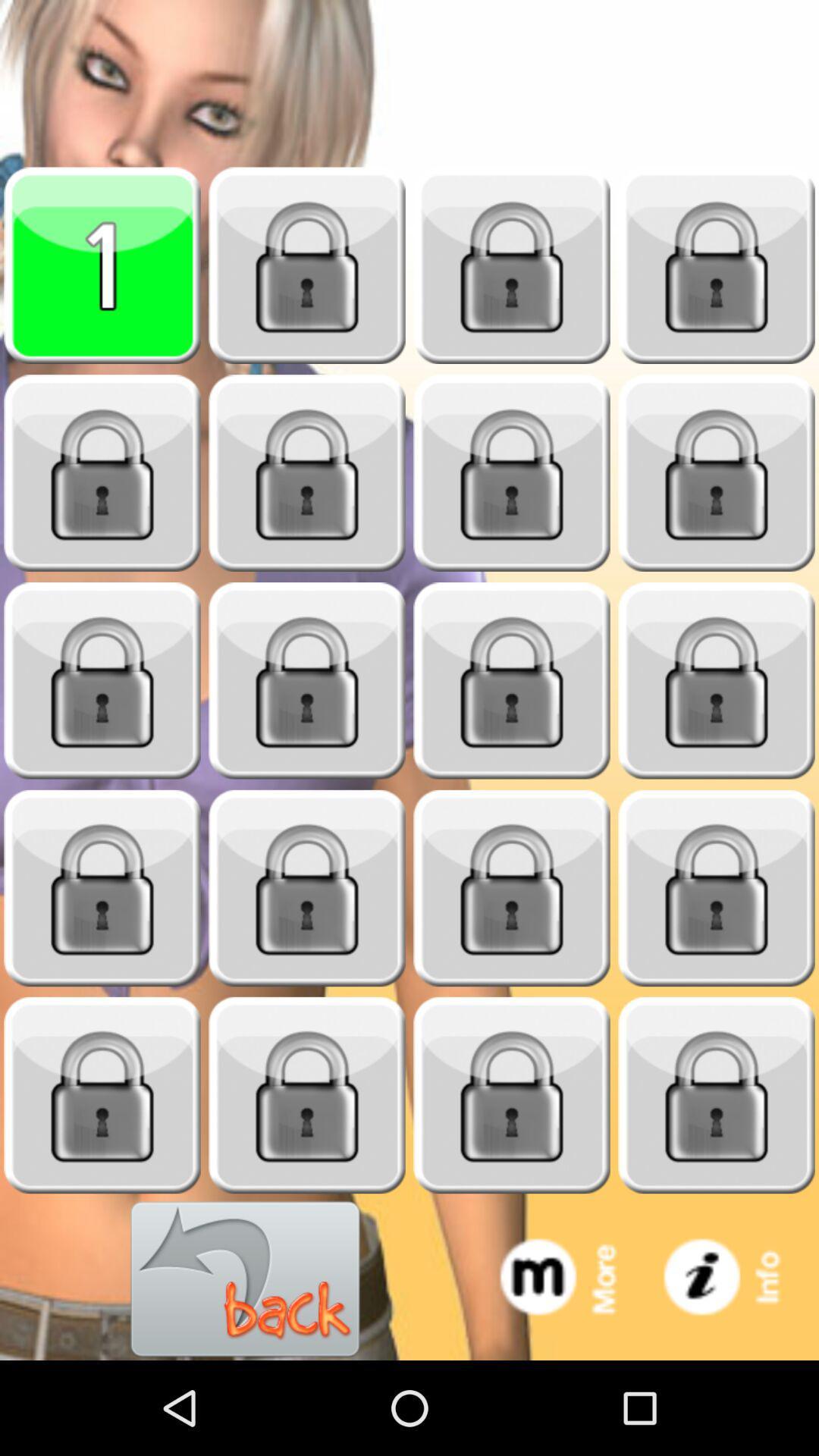 This screenshot has width=819, height=1456. What do you see at coordinates (102, 265) in the screenshot?
I see `option` at bounding box center [102, 265].